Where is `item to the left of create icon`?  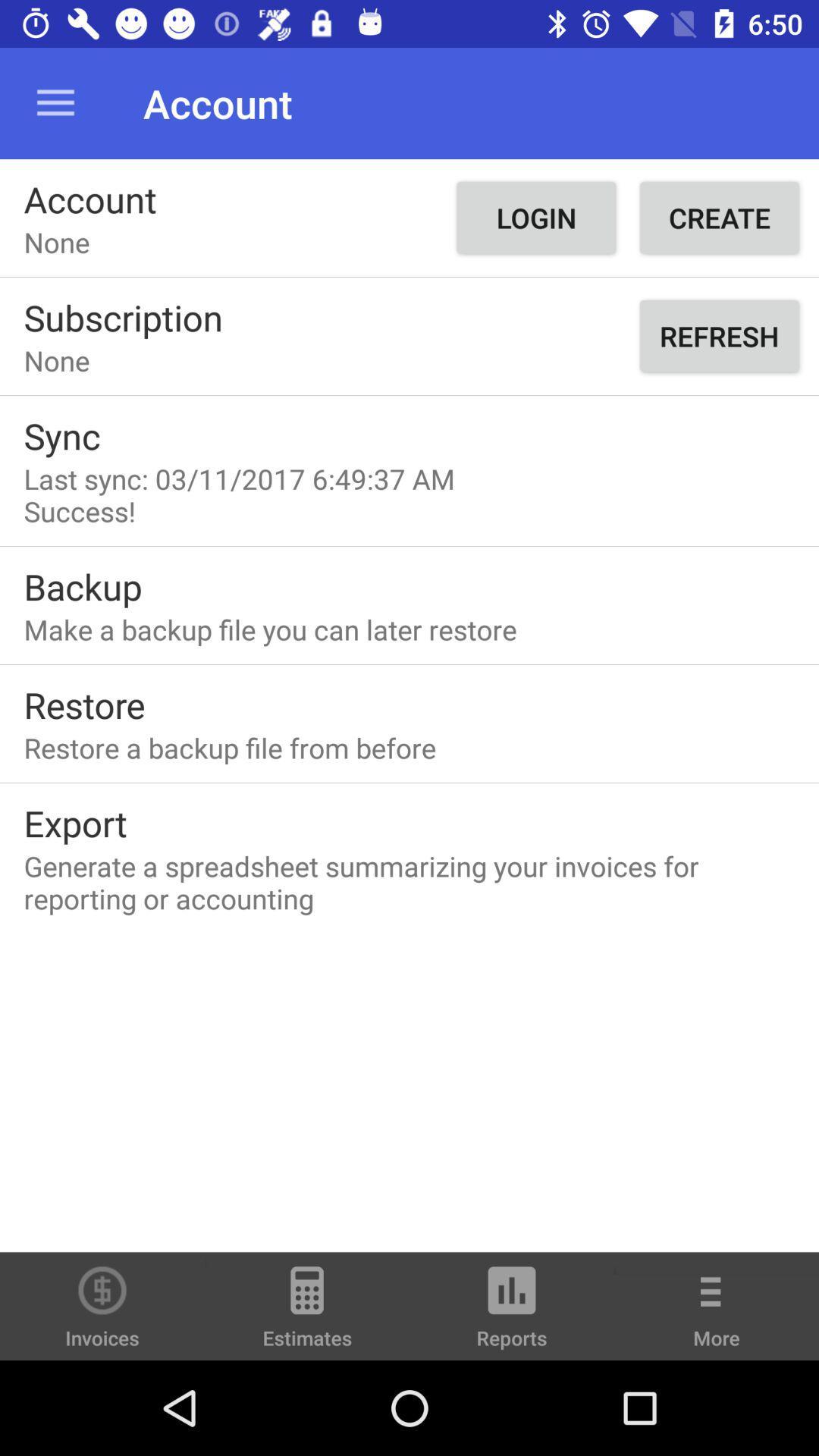 item to the left of create icon is located at coordinates (535, 217).